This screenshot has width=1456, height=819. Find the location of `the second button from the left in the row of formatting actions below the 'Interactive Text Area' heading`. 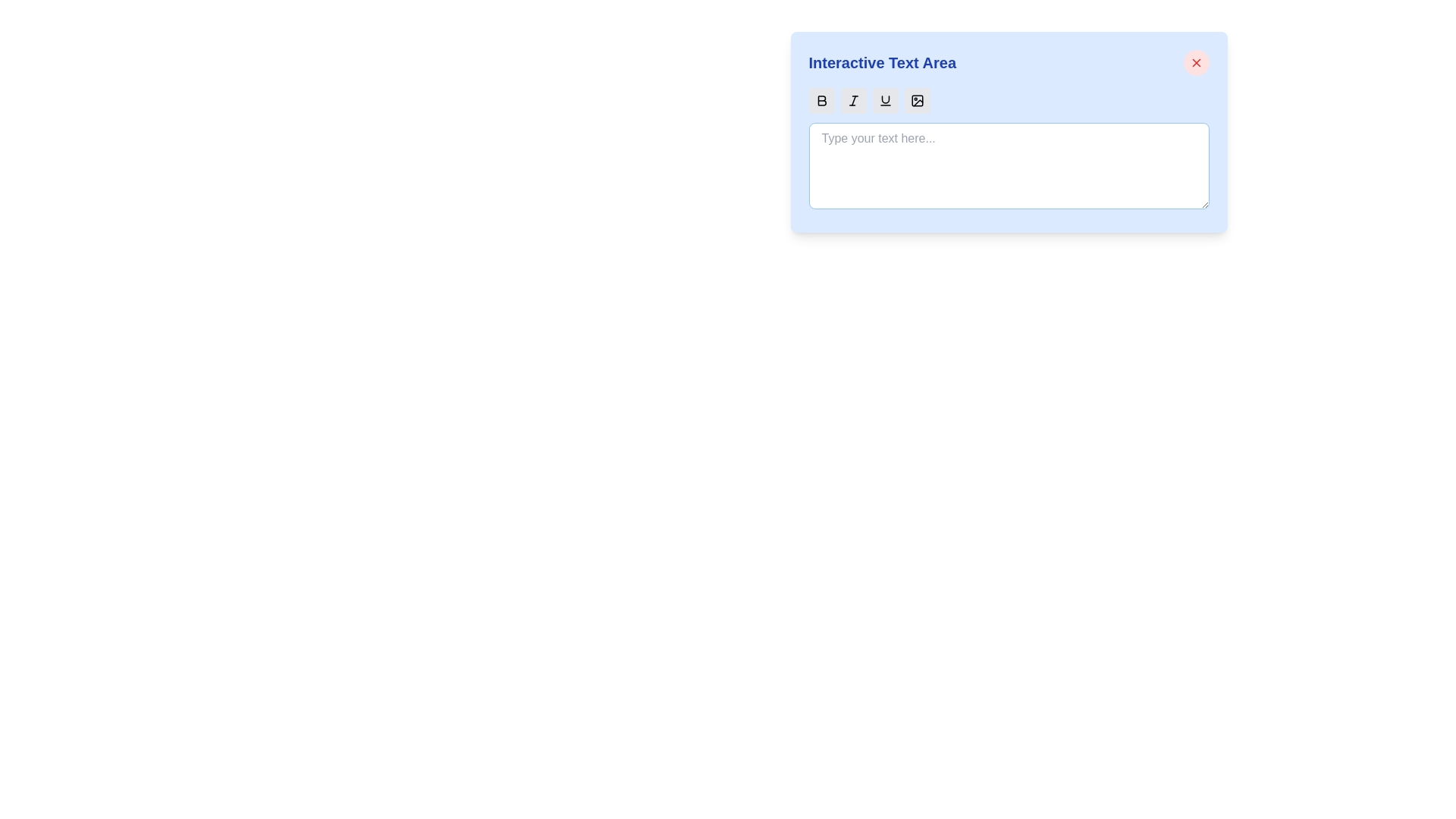

the second button from the left in the row of formatting actions below the 'Interactive Text Area' heading is located at coordinates (853, 100).